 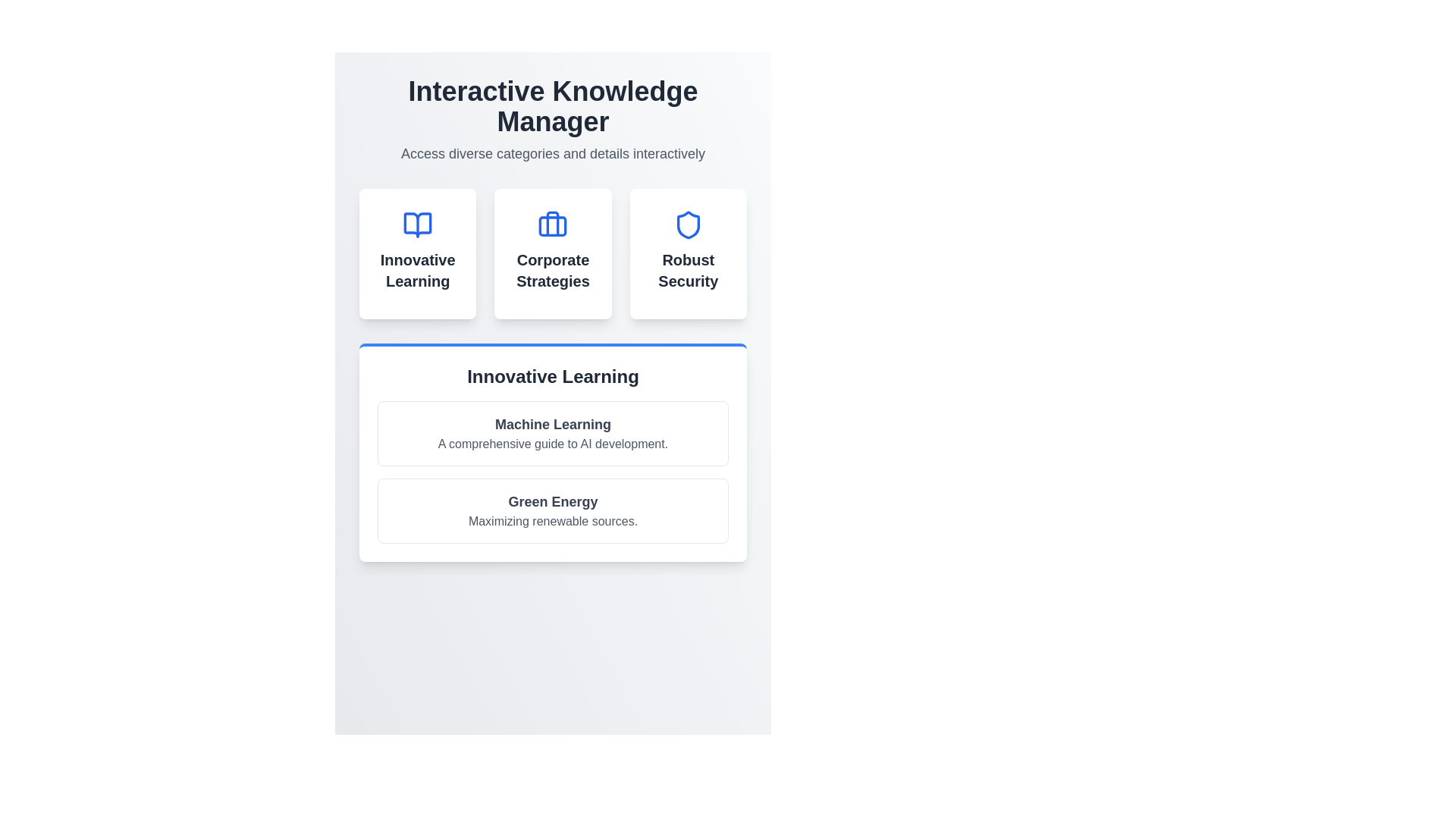 I want to click on the text label displaying 'Corporate Strategies', which is located in the center of the card below the briefcase icon, so click(x=552, y=270).